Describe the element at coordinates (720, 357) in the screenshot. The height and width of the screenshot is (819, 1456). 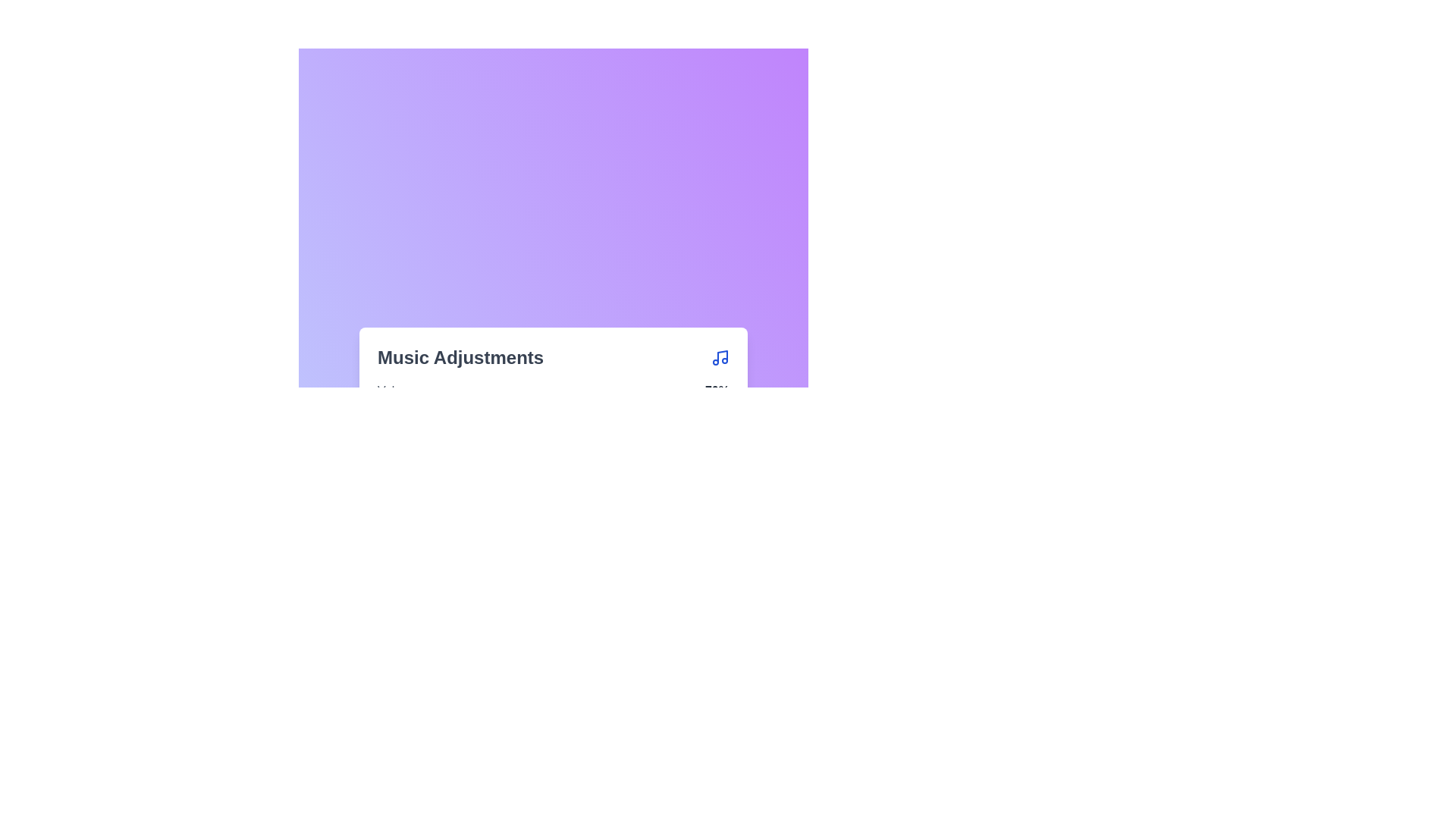
I see `the 'Music' icon to trigger its functionality` at that location.